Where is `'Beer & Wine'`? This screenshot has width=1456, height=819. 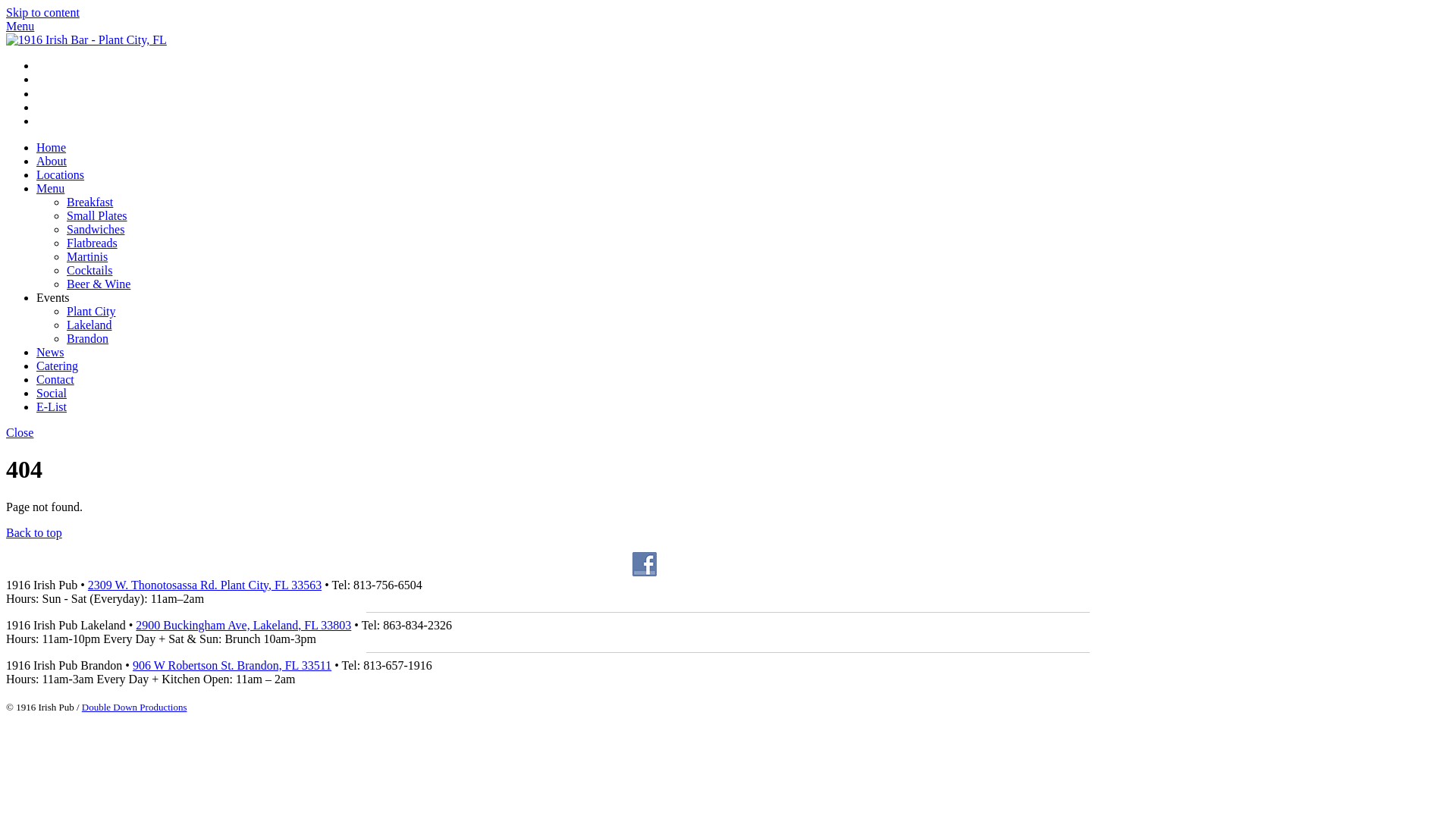 'Beer & Wine' is located at coordinates (97, 284).